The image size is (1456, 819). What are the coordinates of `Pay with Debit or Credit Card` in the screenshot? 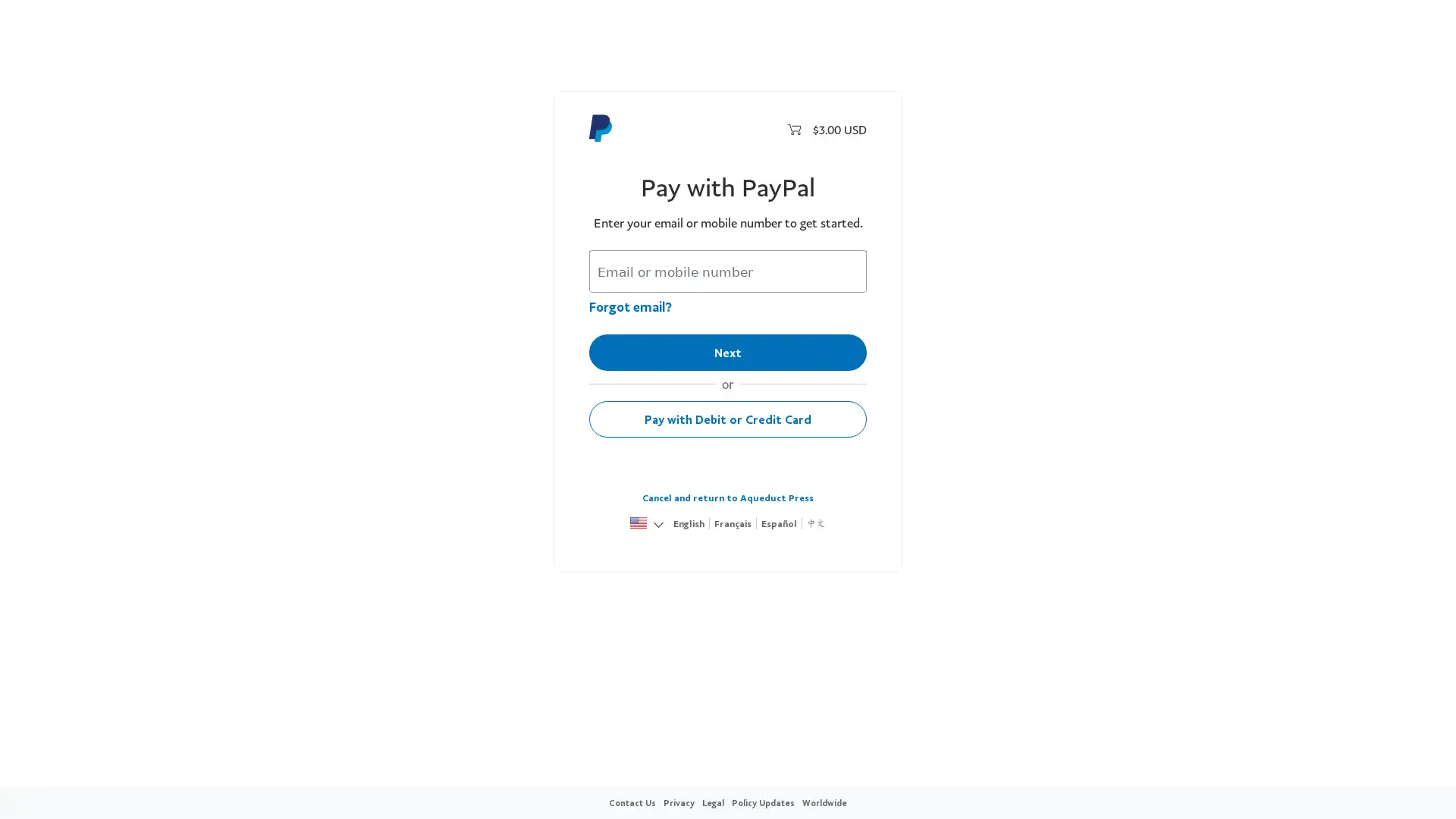 It's located at (728, 419).